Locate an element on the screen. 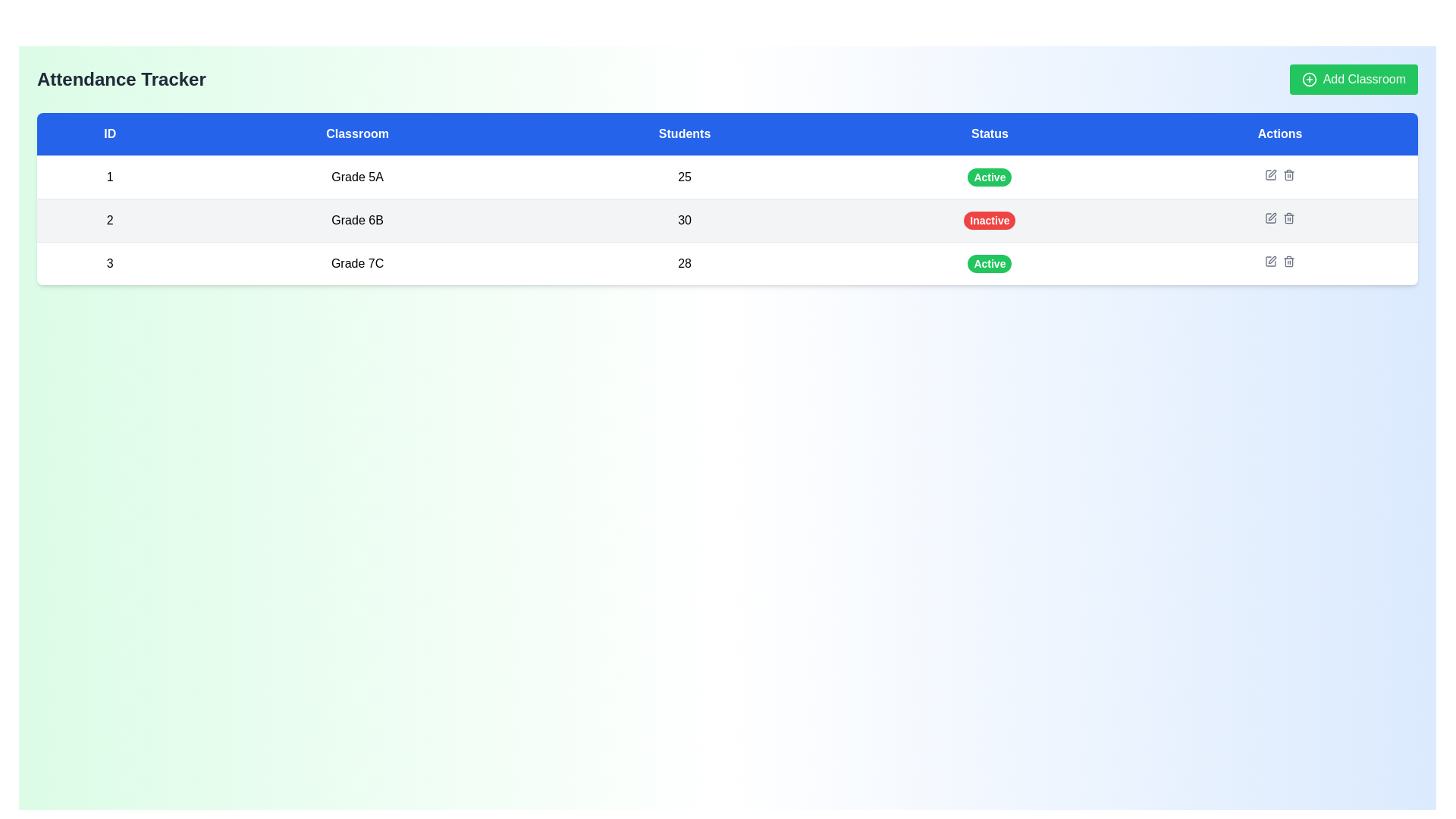  the text label displaying the number '2' in the first column of the second row under the header 'ID' for 'Grade 6B' is located at coordinates (109, 220).